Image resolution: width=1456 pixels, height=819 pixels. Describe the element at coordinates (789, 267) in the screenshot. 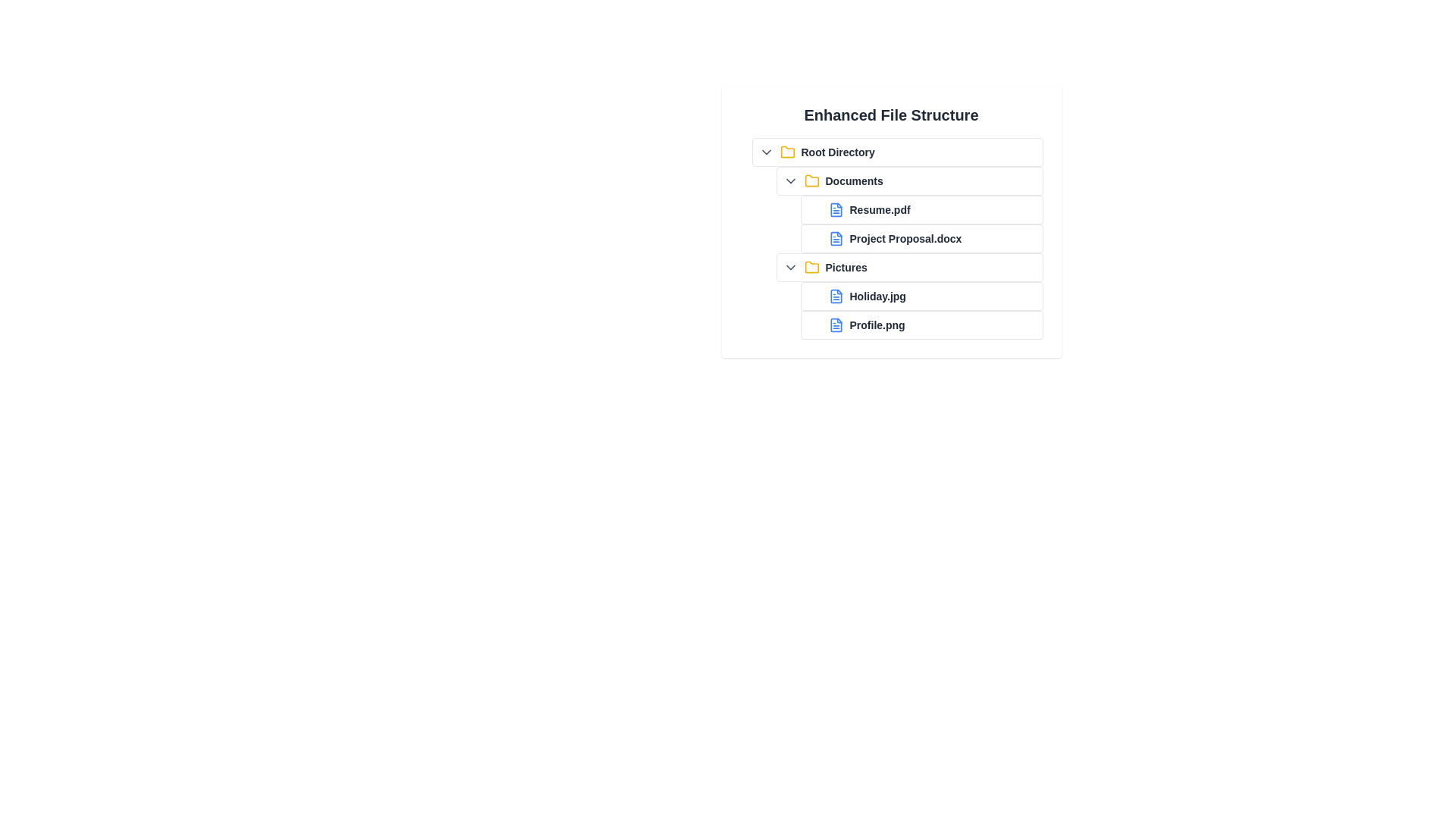

I see `the toggle switch icon located to the left of the 'Pictures' label, which allows users to expand or collapse the related section` at that location.